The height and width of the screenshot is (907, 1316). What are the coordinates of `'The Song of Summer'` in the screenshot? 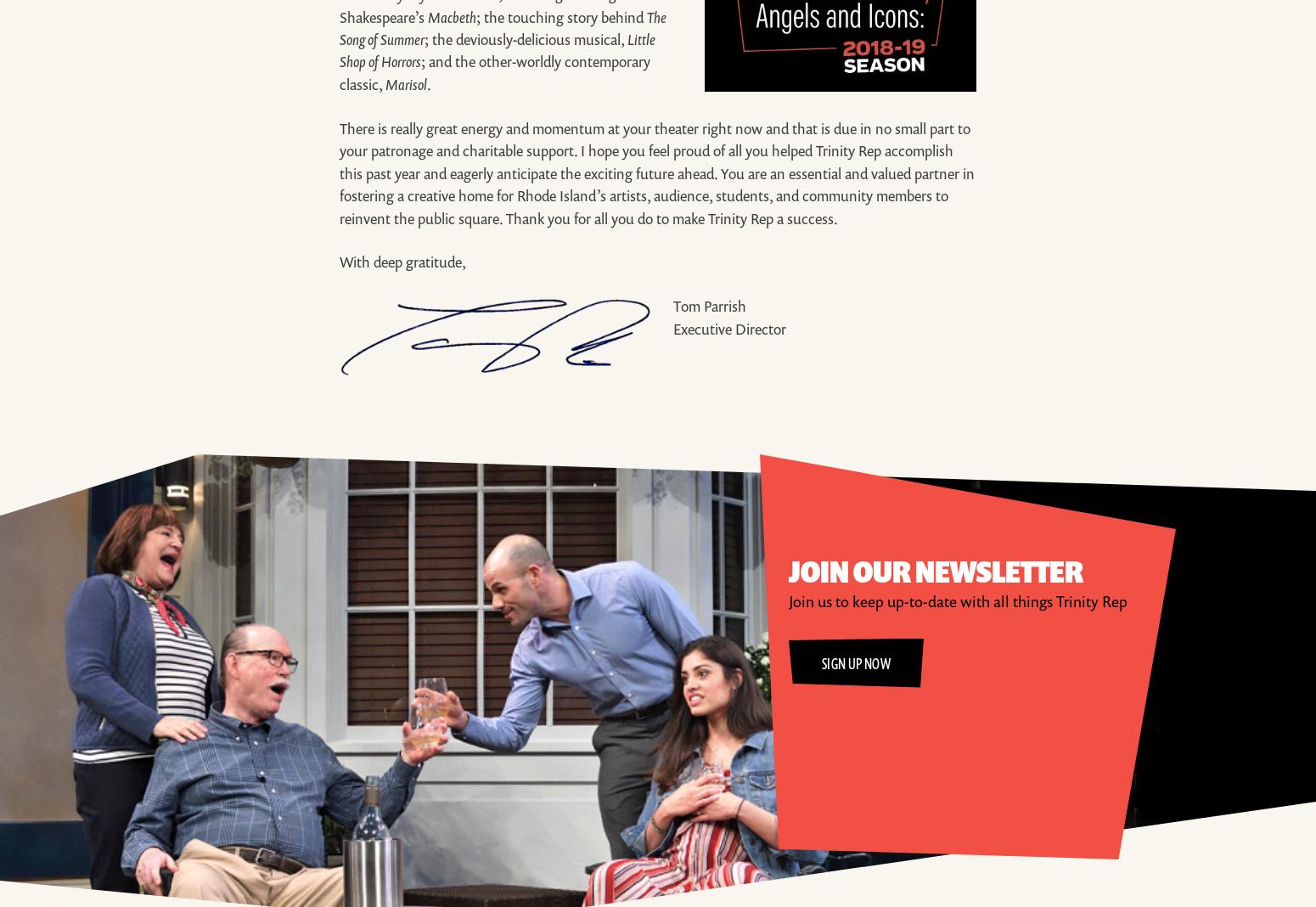 It's located at (503, 26).